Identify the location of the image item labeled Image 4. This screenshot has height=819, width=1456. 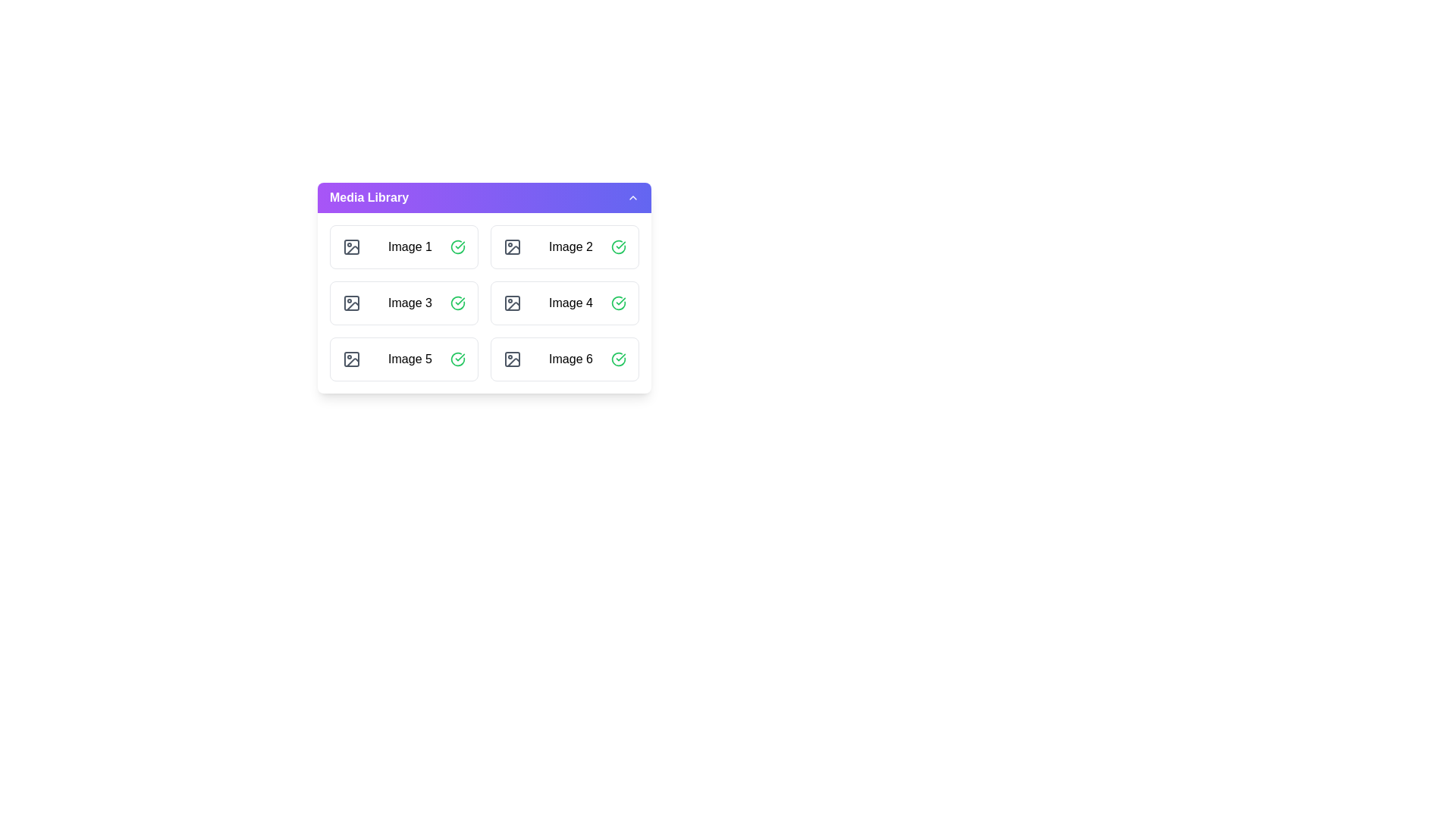
(563, 303).